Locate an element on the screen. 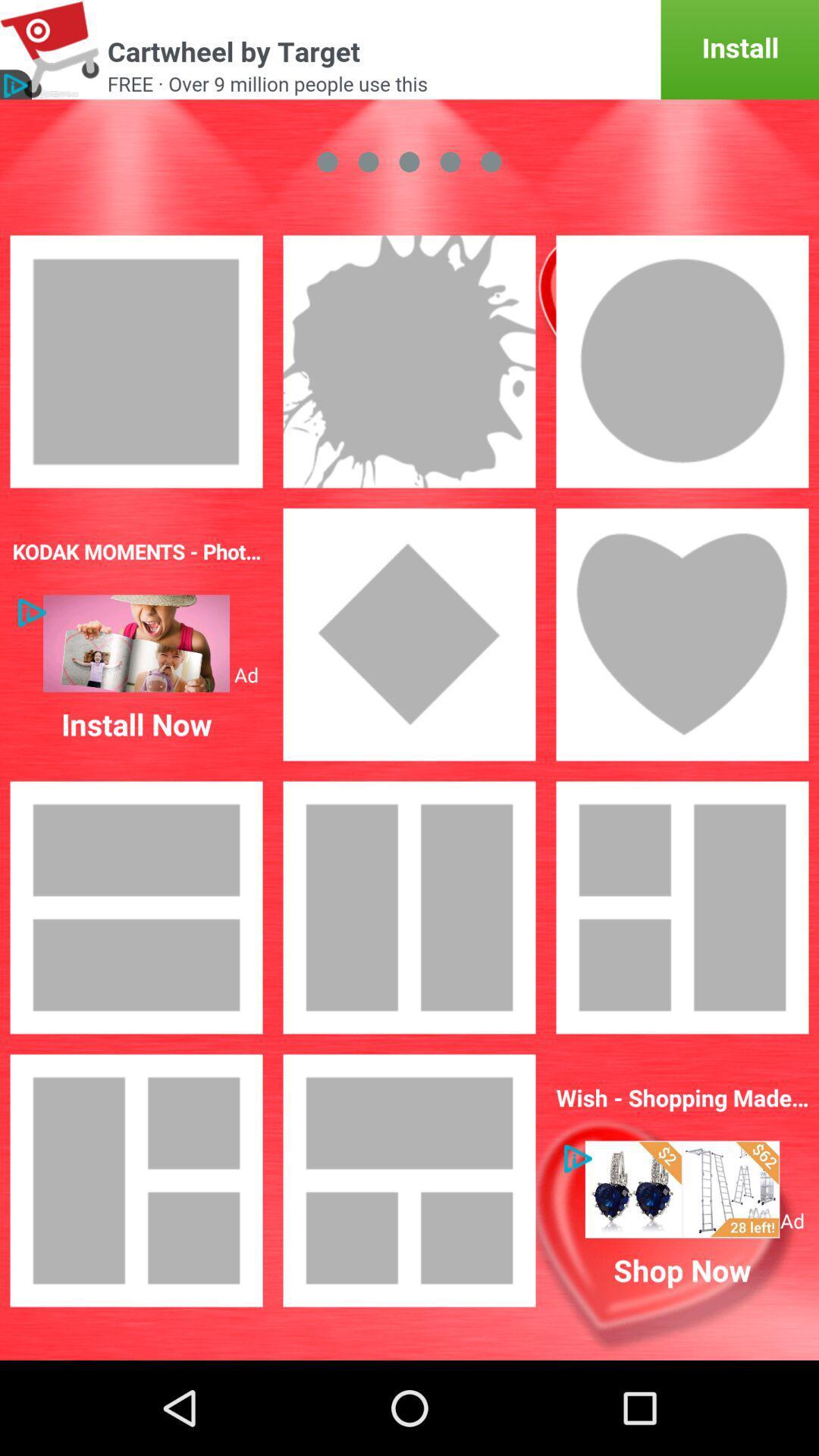 The image size is (819, 1456). the third image under green color button is located at coordinates (681, 360).